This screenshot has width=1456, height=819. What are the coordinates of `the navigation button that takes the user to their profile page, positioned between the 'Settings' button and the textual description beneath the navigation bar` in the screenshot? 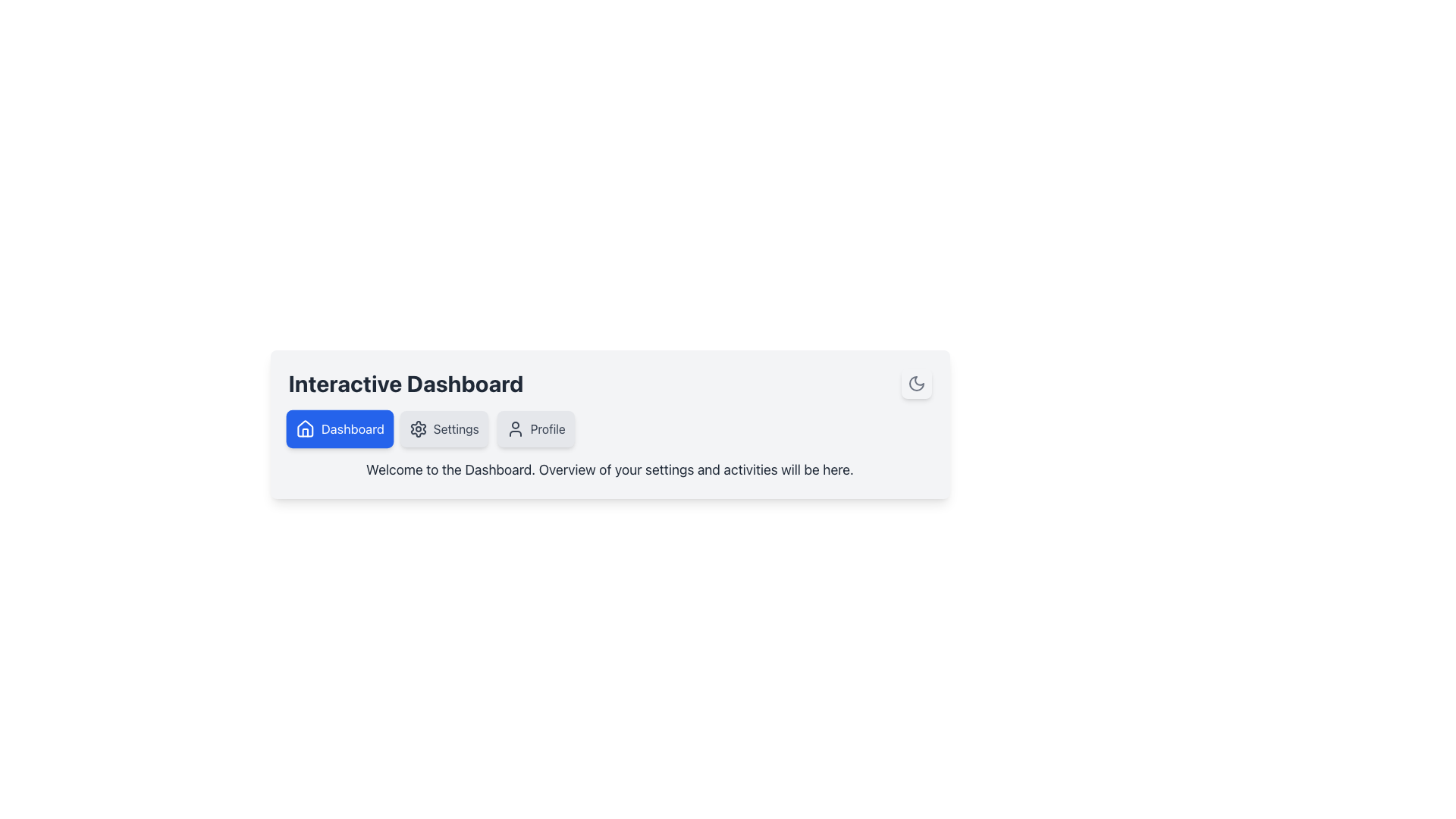 It's located at (535, 429).